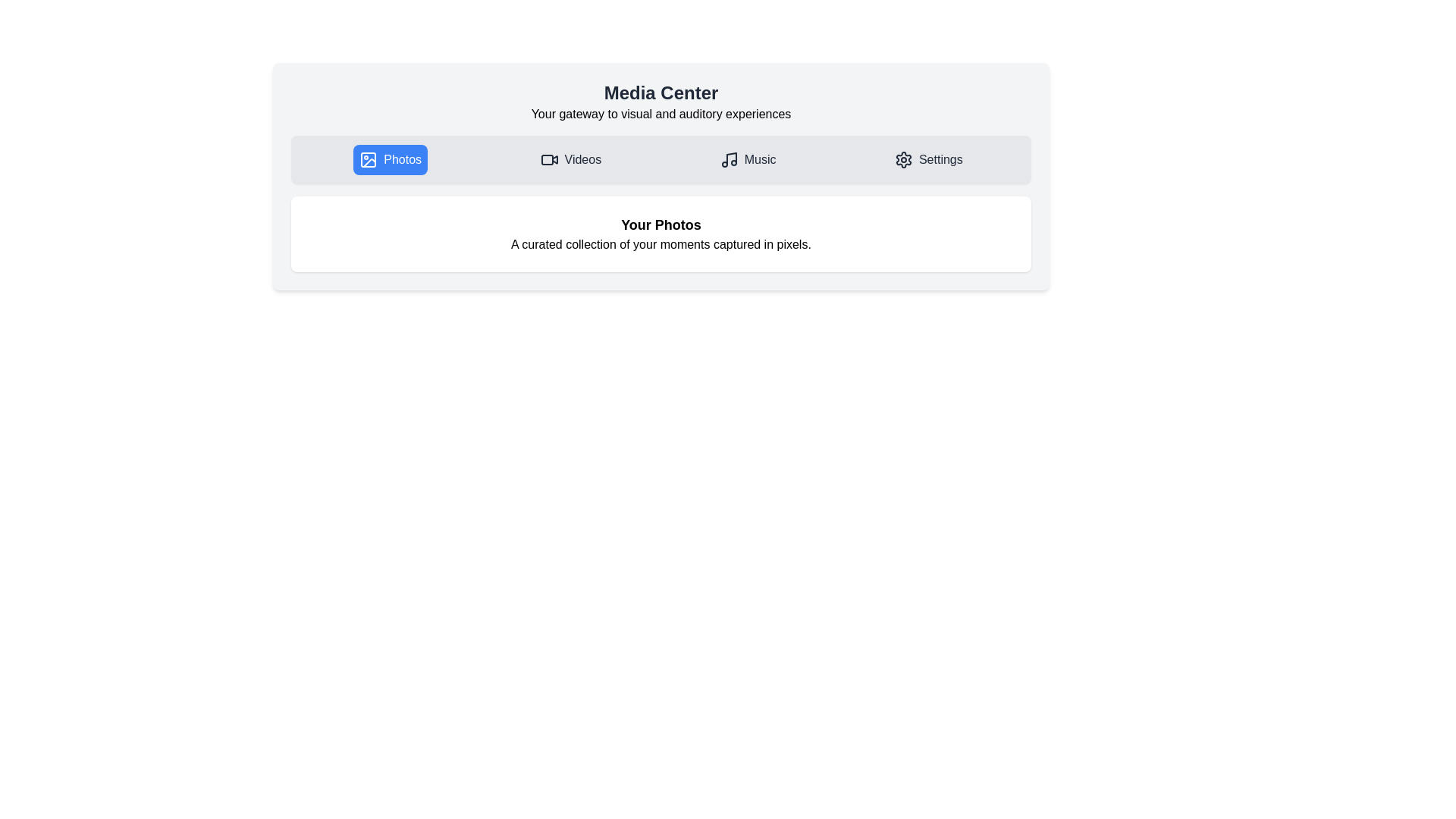  What do you see at coordinates (748, 160) in the screenshot?
I see `the navigation button for accessing the music section, located between the 'Videos' button and the 'Settings' button in the horizontal menu` at bounding box center [748, 160].